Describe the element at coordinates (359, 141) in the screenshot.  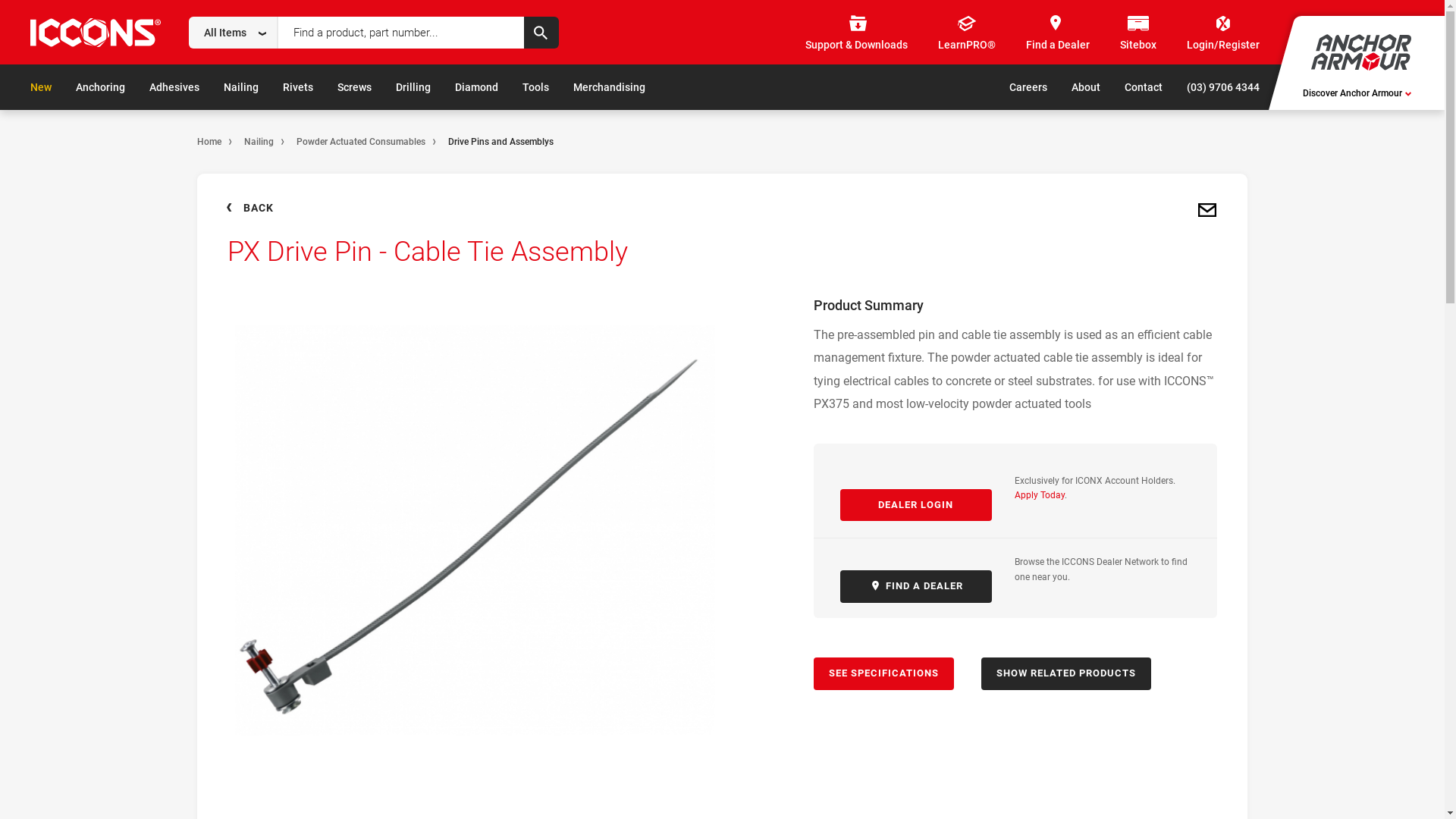
I see `'Powder Actuated Consumables'` at that location.